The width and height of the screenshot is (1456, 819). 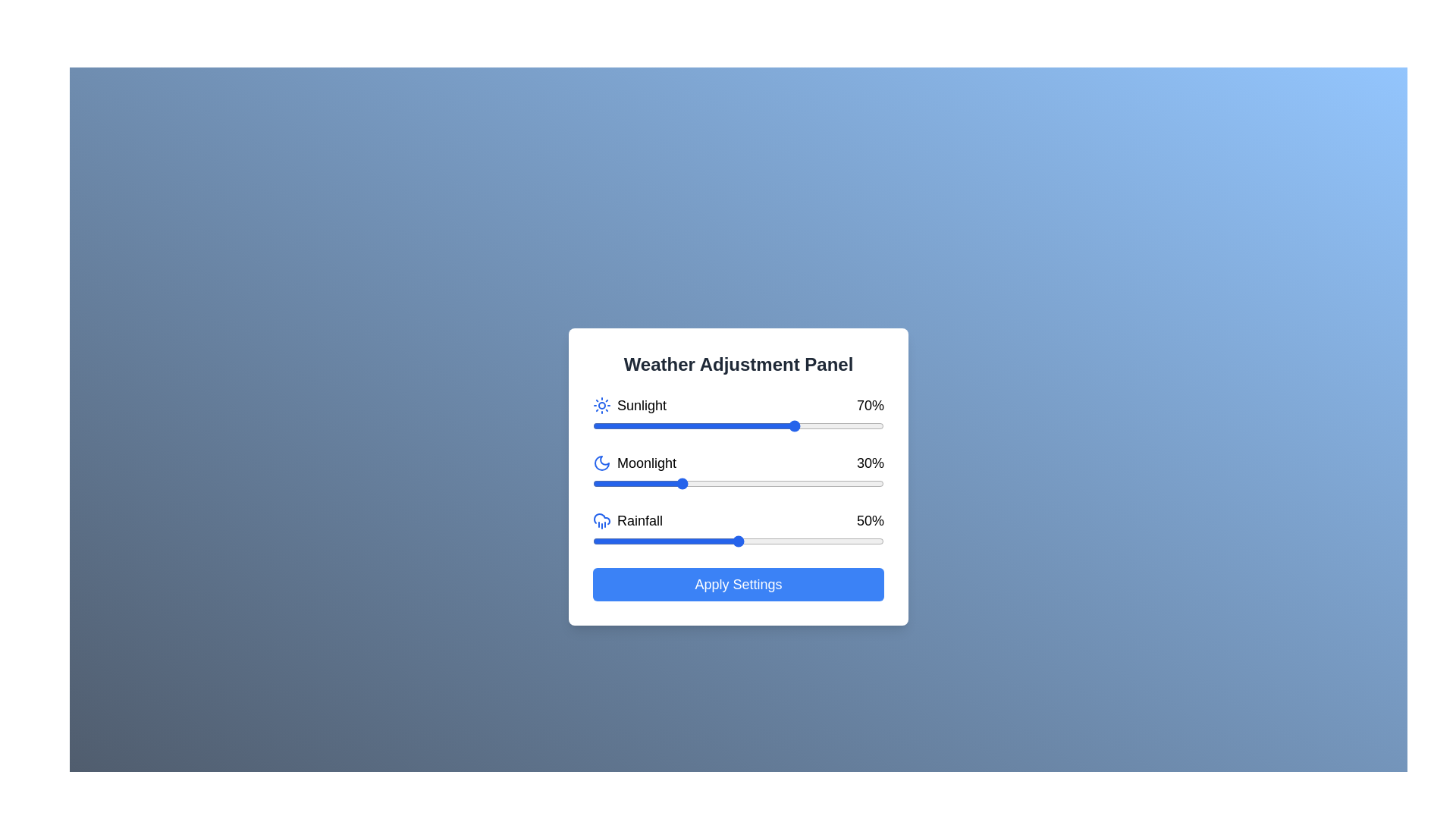 What do you see at coordinates (700, 483) in the screenshot?
I see `the moonlight slider to 37%` at bounding box center [700, 483].